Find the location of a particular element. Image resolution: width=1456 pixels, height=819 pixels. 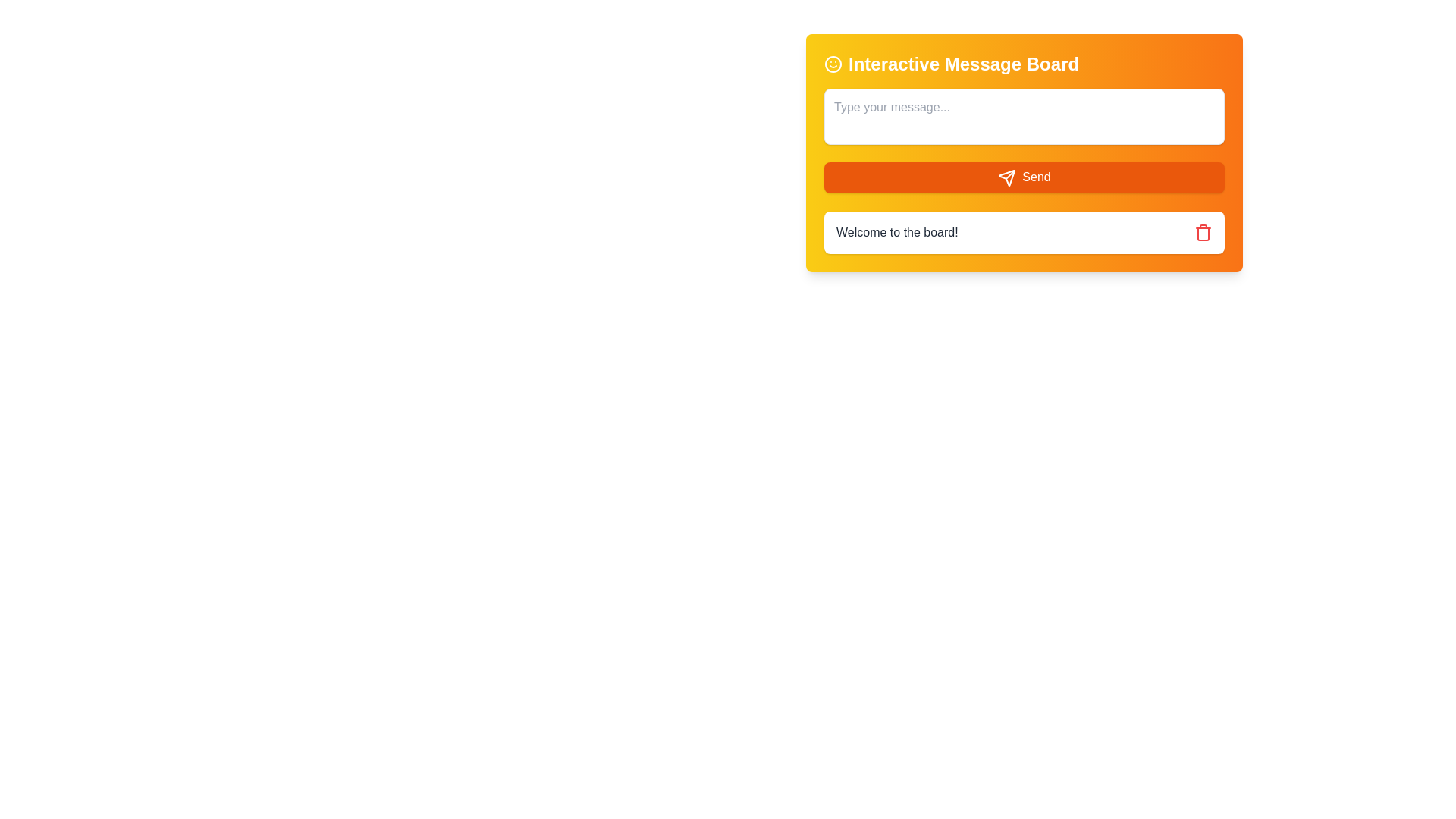

the yellow circular graphic component with a white outline, which is part of the smiling face icon, located to the left of the 'Interactive Message Board' title is located at coordinates (833, 63).